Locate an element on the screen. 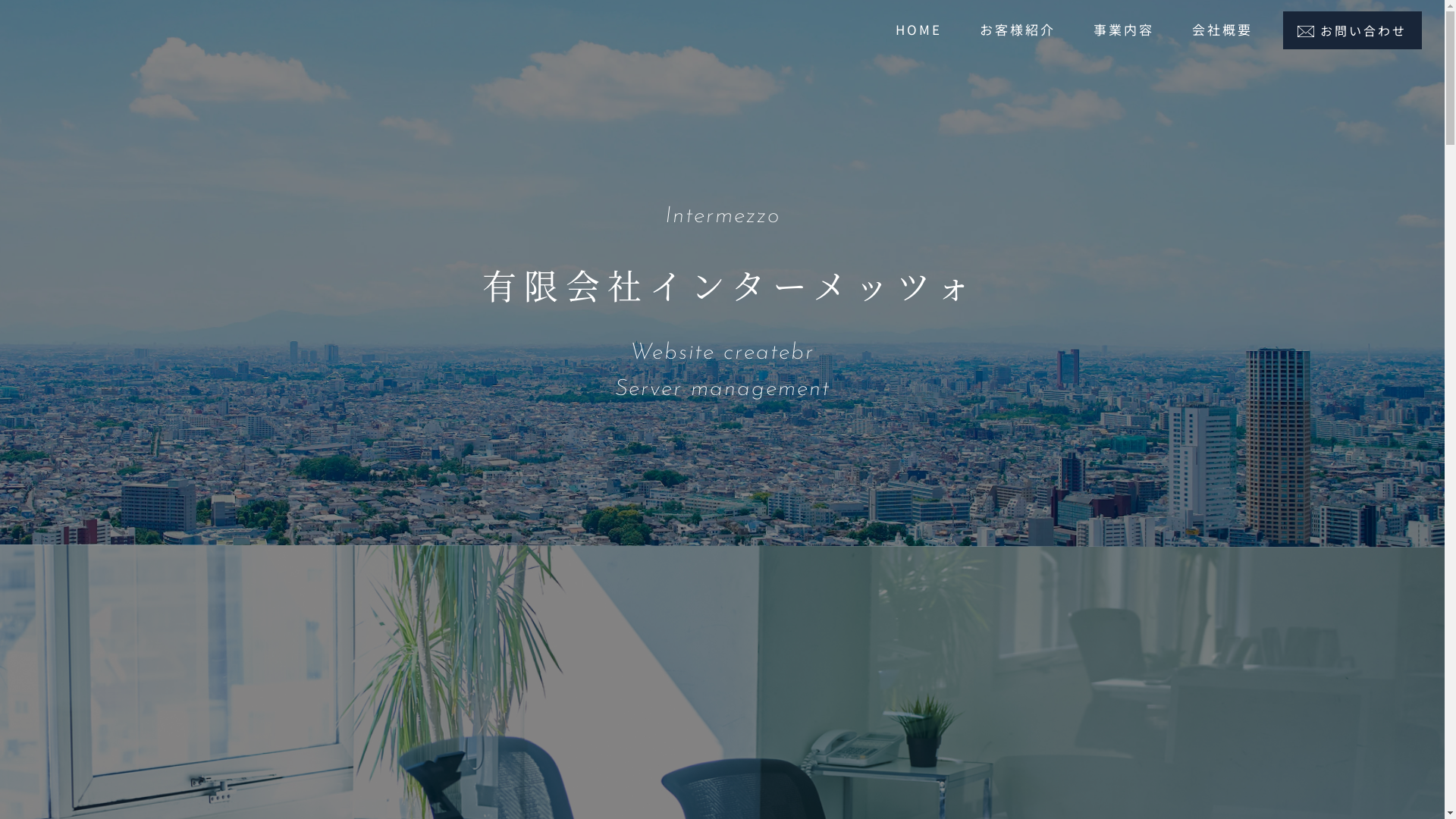  'HOME' is located at coordinates (918, 29).